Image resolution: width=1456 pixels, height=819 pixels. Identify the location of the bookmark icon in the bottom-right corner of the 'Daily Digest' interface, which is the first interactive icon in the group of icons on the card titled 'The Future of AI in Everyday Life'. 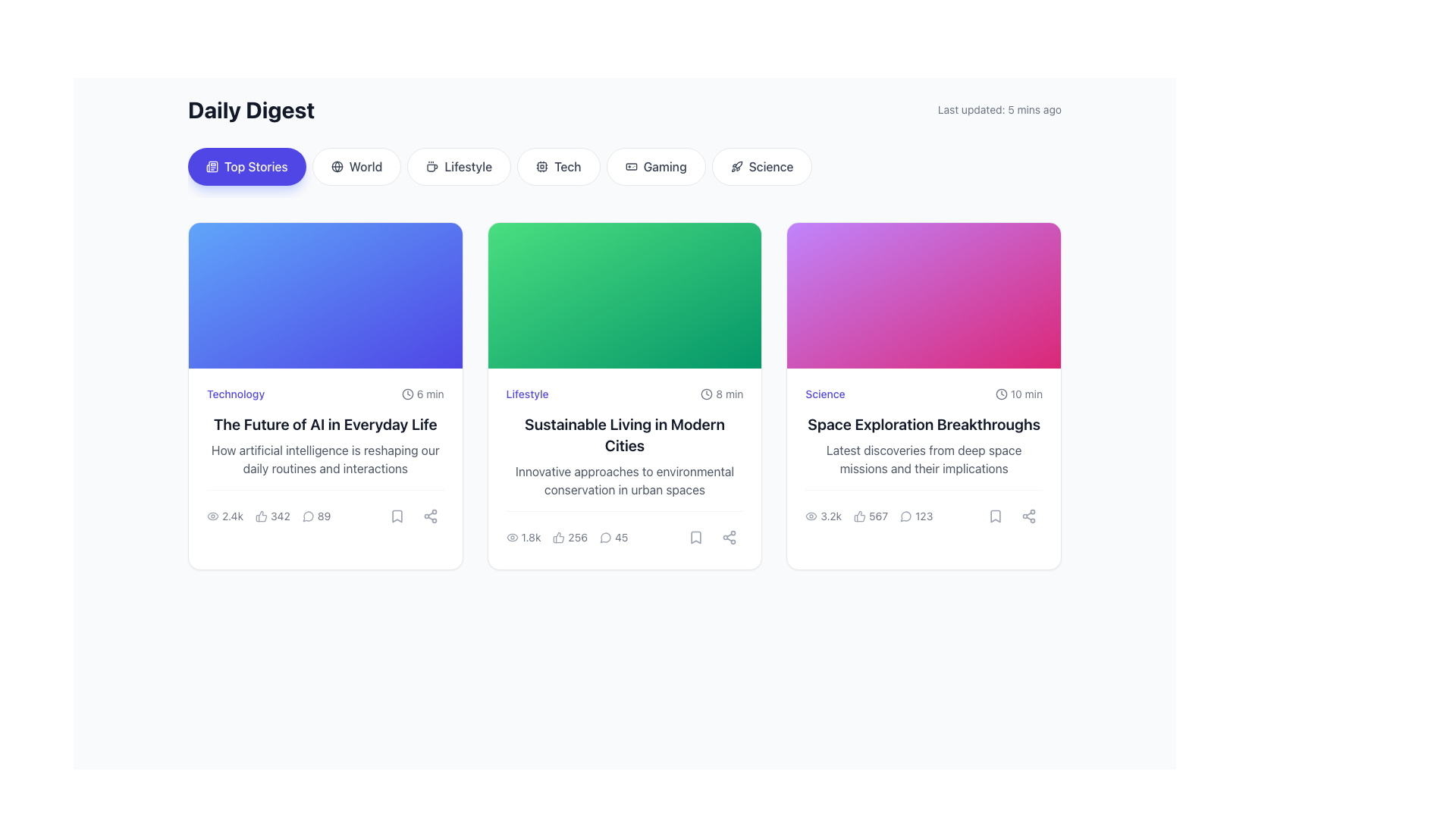
(397, 516).